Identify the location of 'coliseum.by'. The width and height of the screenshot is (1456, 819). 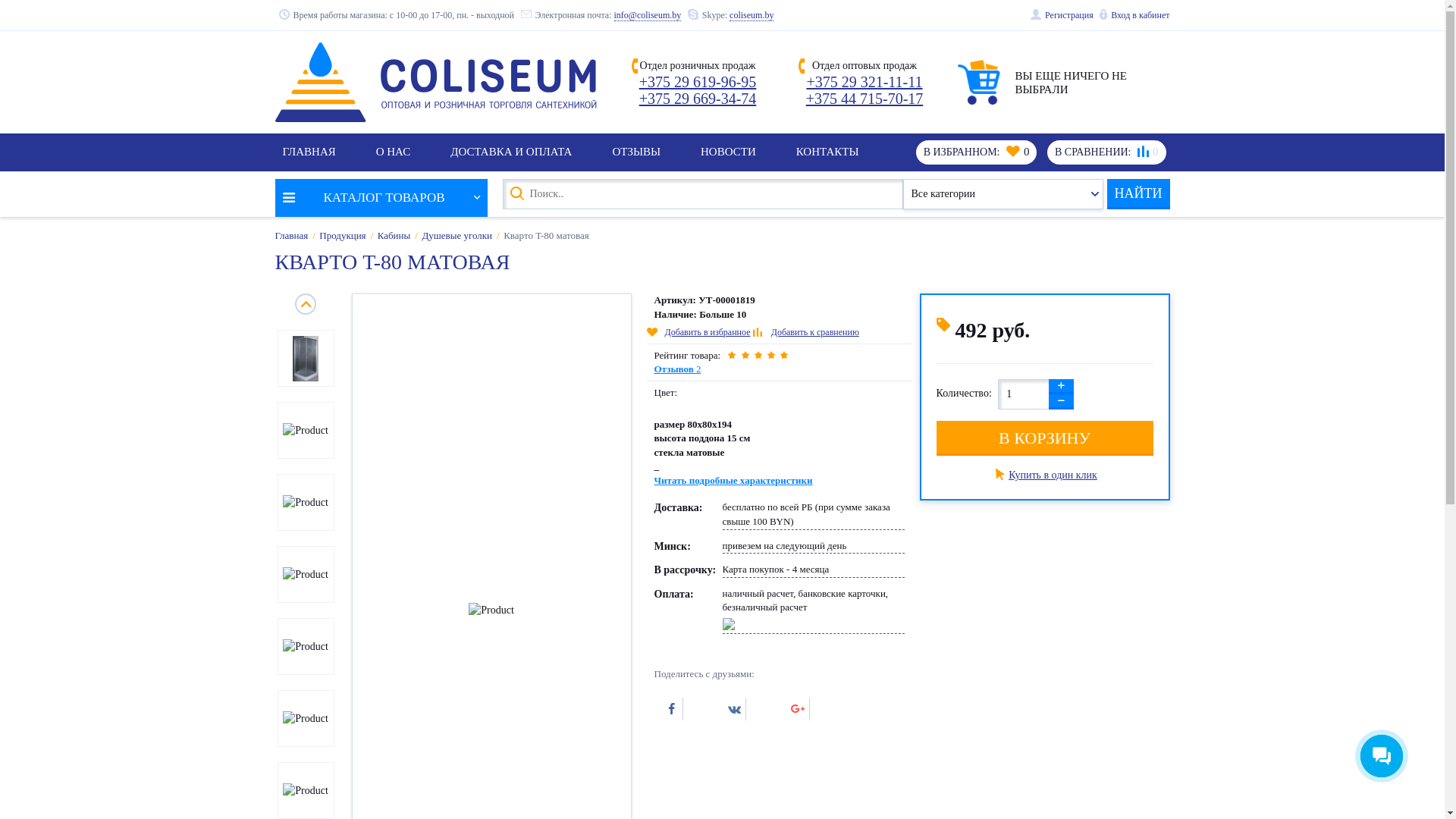
(751, 15).